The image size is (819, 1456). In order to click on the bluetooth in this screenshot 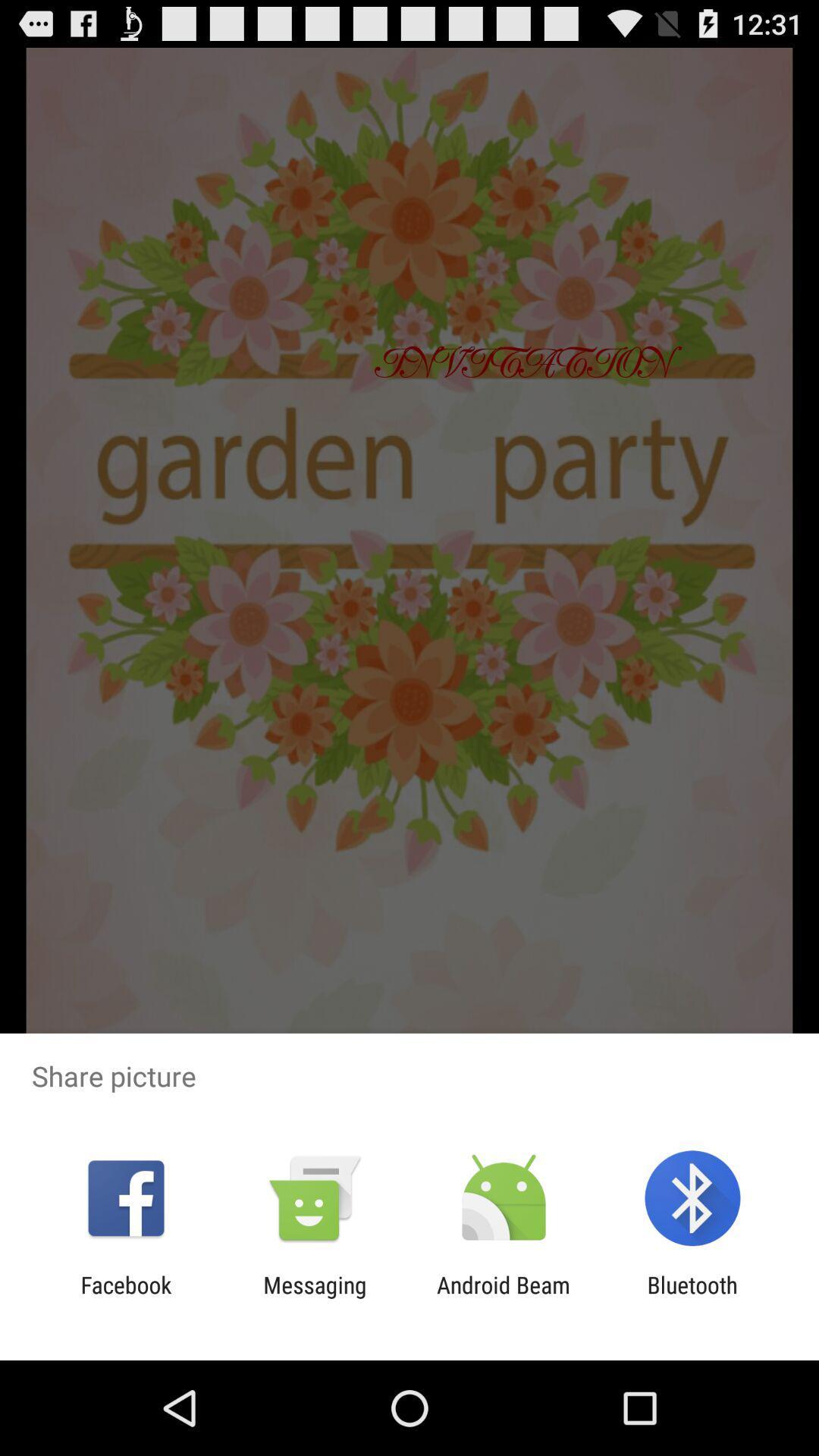, I will do `click(692, 1298)`.